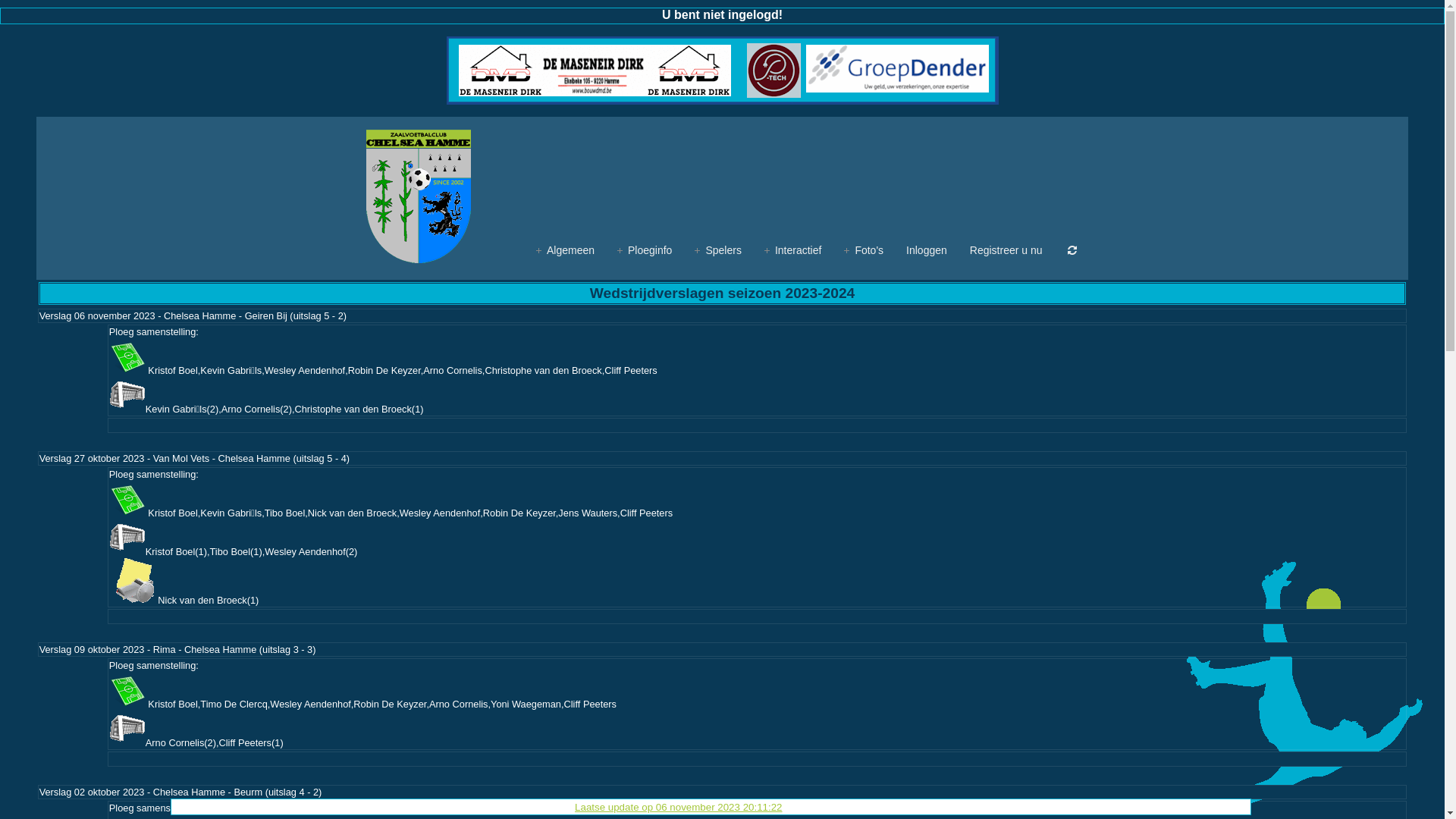  What do you see at coordinates (644, 249) in the screenshot?
I see `'Ploeginfo'` at bounding box center [644, 249].